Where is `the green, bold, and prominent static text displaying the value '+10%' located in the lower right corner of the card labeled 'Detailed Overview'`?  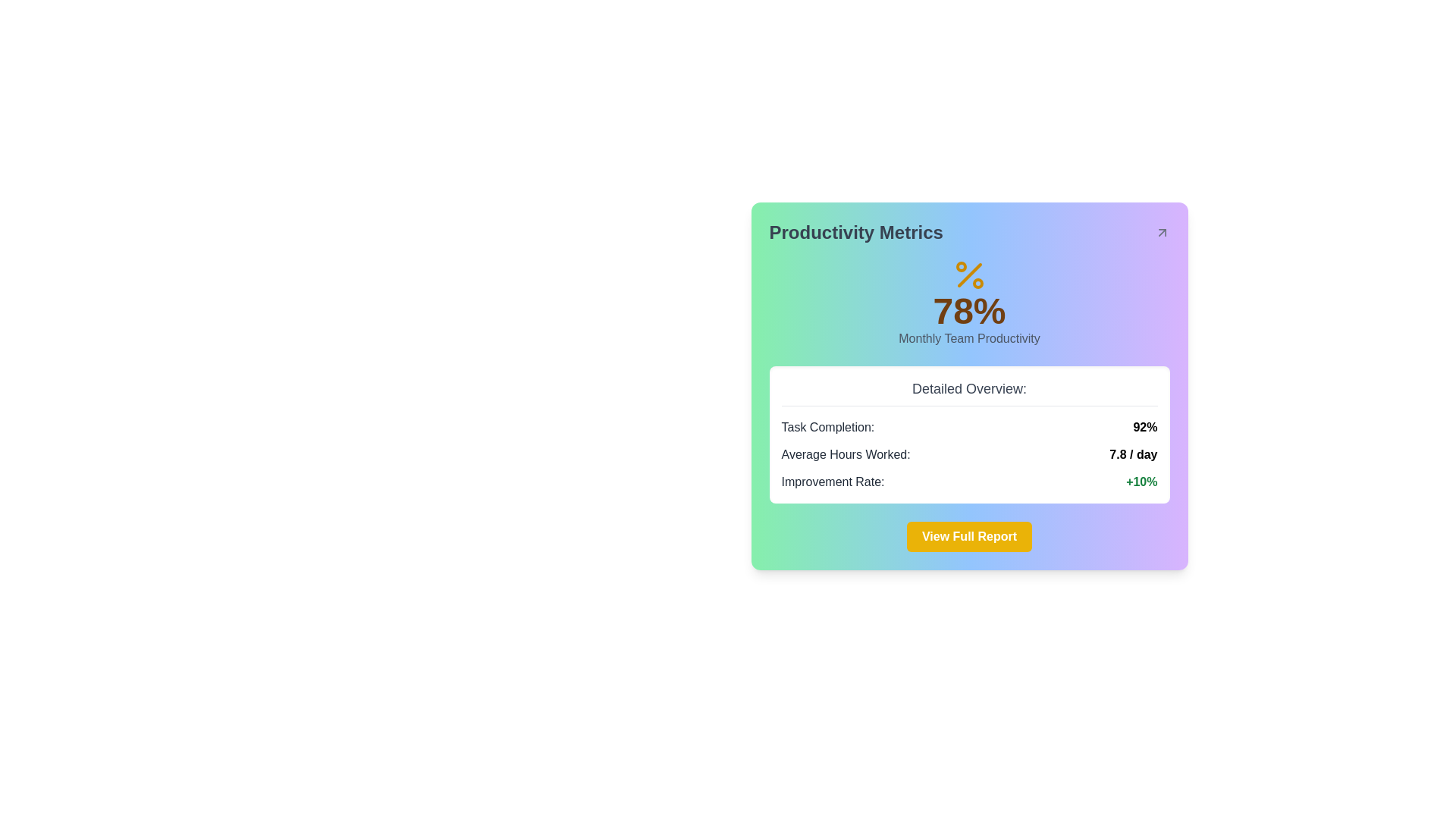 the green, bold, and prominent static text displaying the value '+10%' located in the lower right corner of the card labeled 'Detailed Overview' is located at coordinates (1141, 482).